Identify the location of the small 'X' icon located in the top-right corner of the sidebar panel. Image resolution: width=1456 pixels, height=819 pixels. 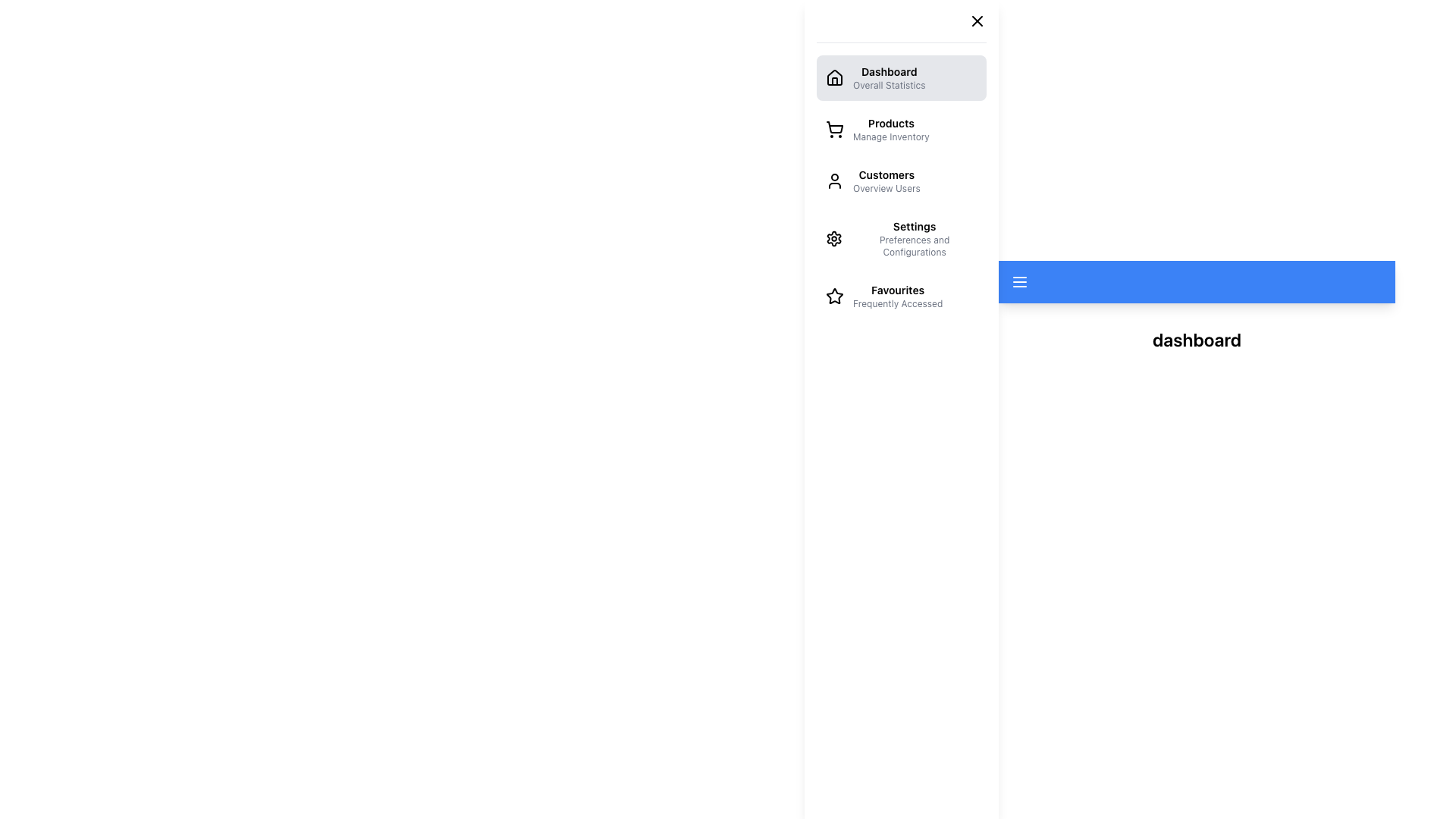
(977, 20).